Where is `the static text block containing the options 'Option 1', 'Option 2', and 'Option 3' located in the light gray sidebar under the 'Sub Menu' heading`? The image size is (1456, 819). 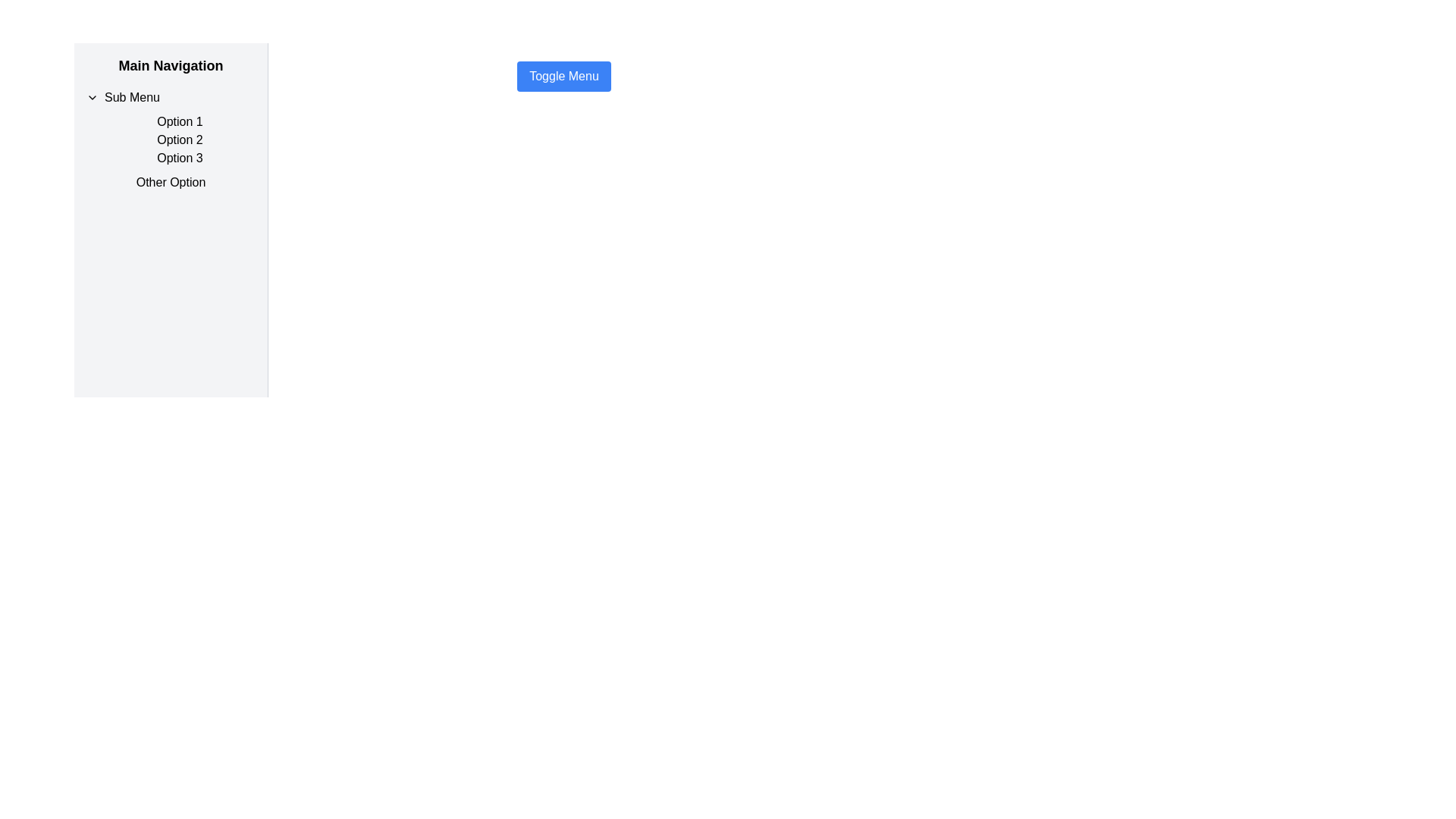 the static text block containing the options 'Option 1', 'Option 2', and 'Option 3' located in the light gray sidebar under the 'Sub Menu' heading is located at coordinates (171, 140).